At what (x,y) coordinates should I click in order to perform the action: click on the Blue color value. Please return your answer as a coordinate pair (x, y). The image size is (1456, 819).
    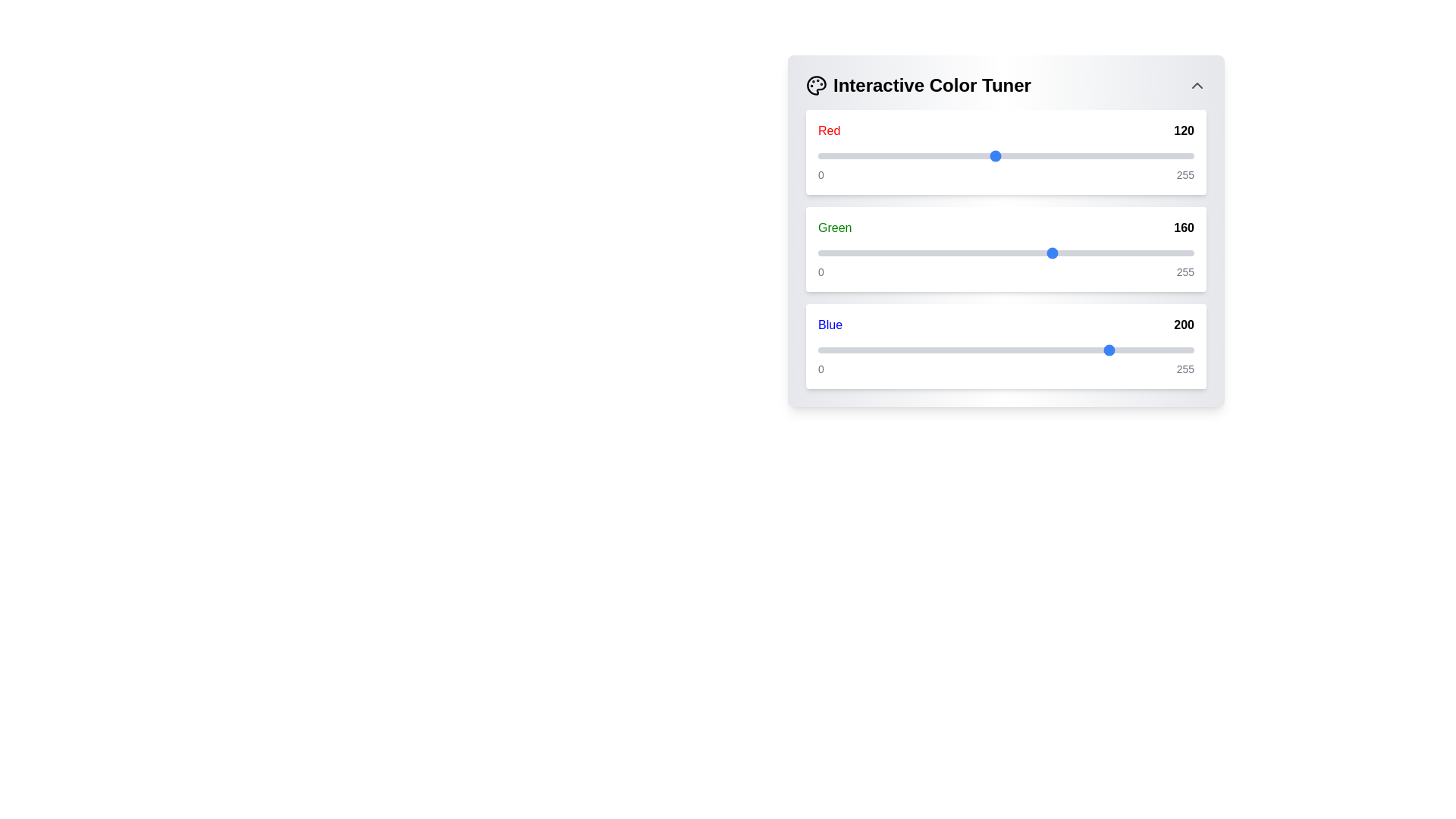
    Looking at the image, I should click on (1012, 350).